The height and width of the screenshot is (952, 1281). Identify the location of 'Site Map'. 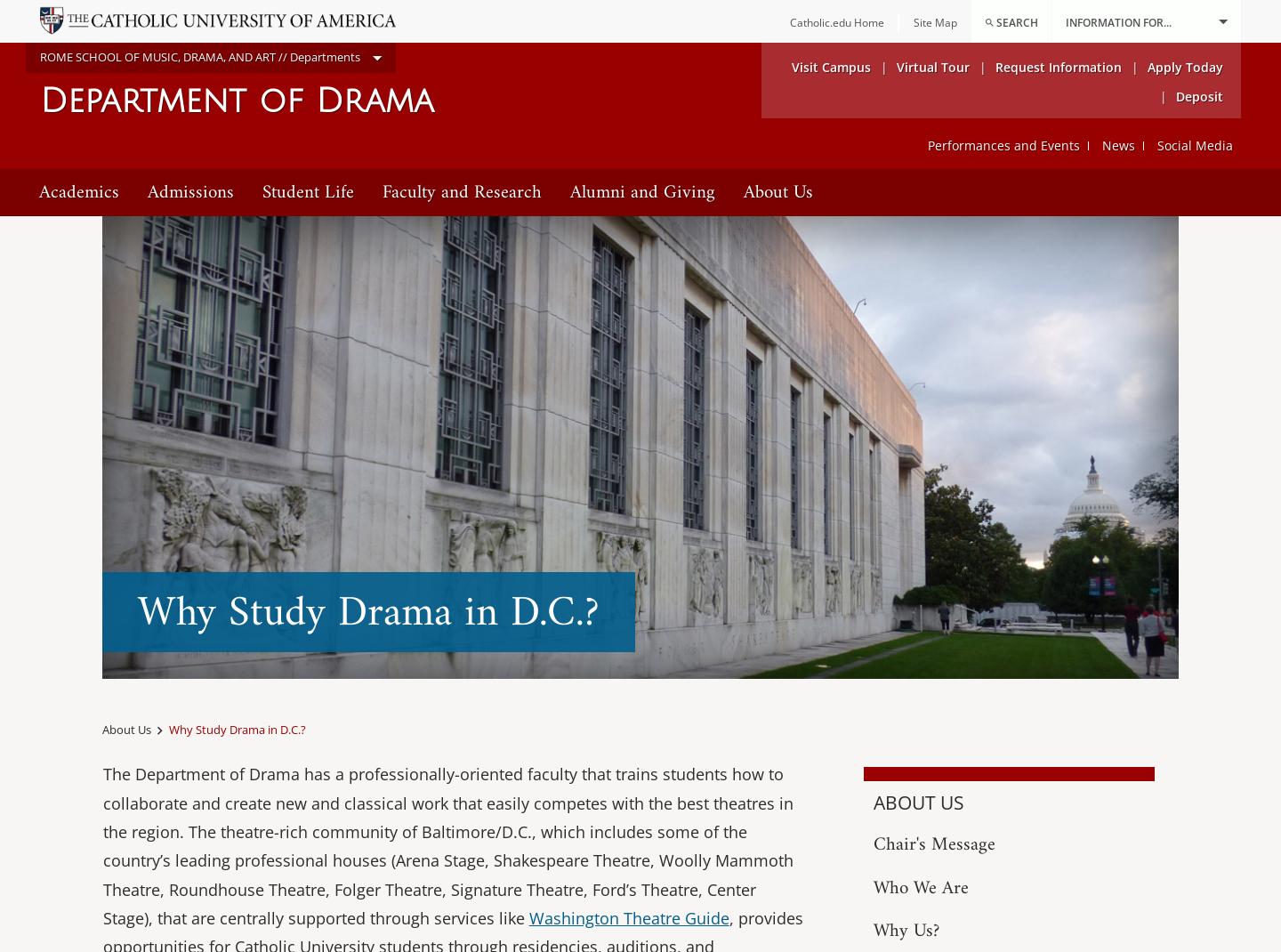
(935, 21).